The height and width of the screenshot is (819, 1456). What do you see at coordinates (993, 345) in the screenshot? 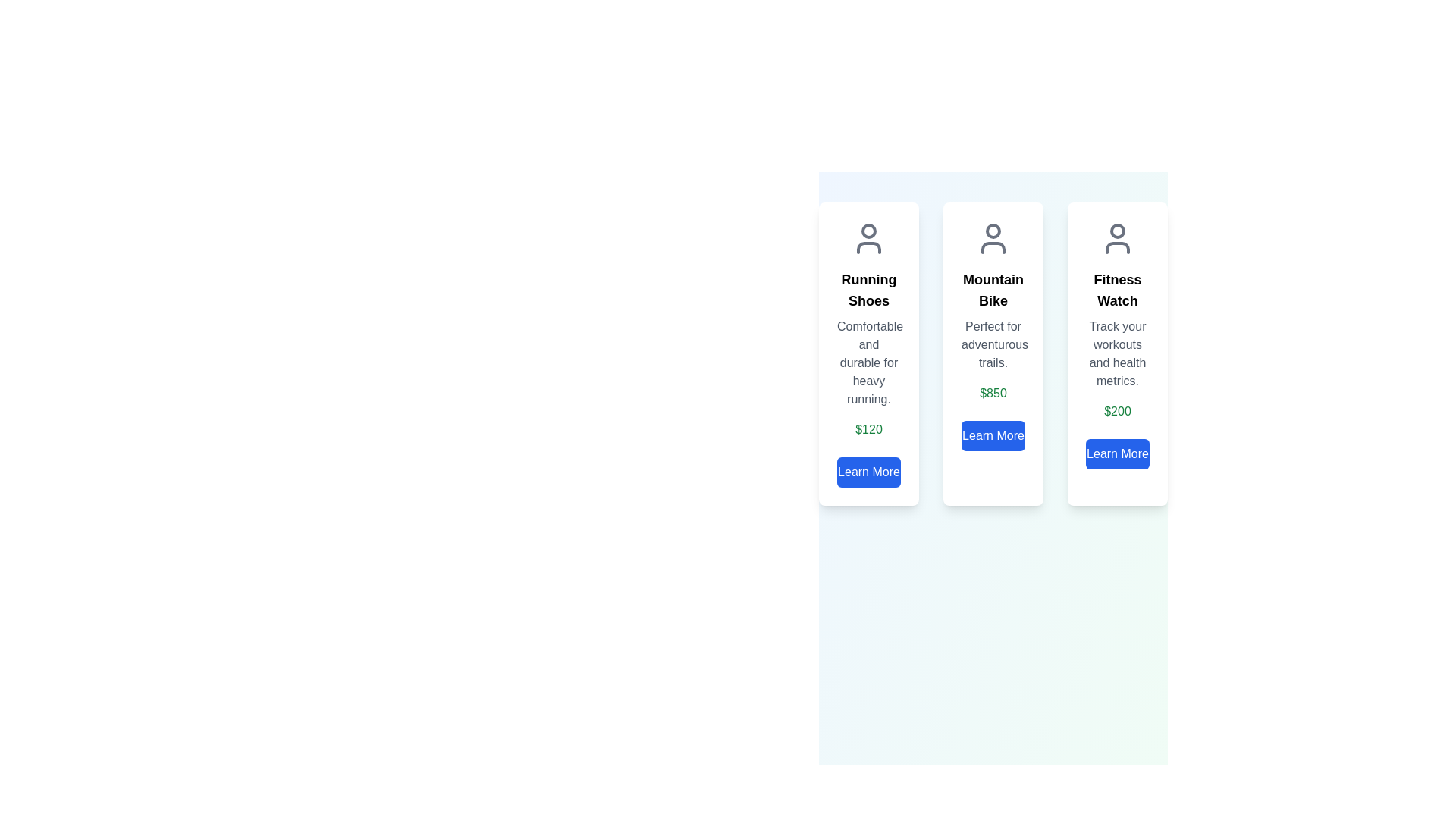
I see `the text label that reads 'Perfect for adventurous trails.' located in the 'Mountain Bike' card, which is centered vertically between the title 'Mountain Bike' and the price '$850'` at bounding box center [993, 345].